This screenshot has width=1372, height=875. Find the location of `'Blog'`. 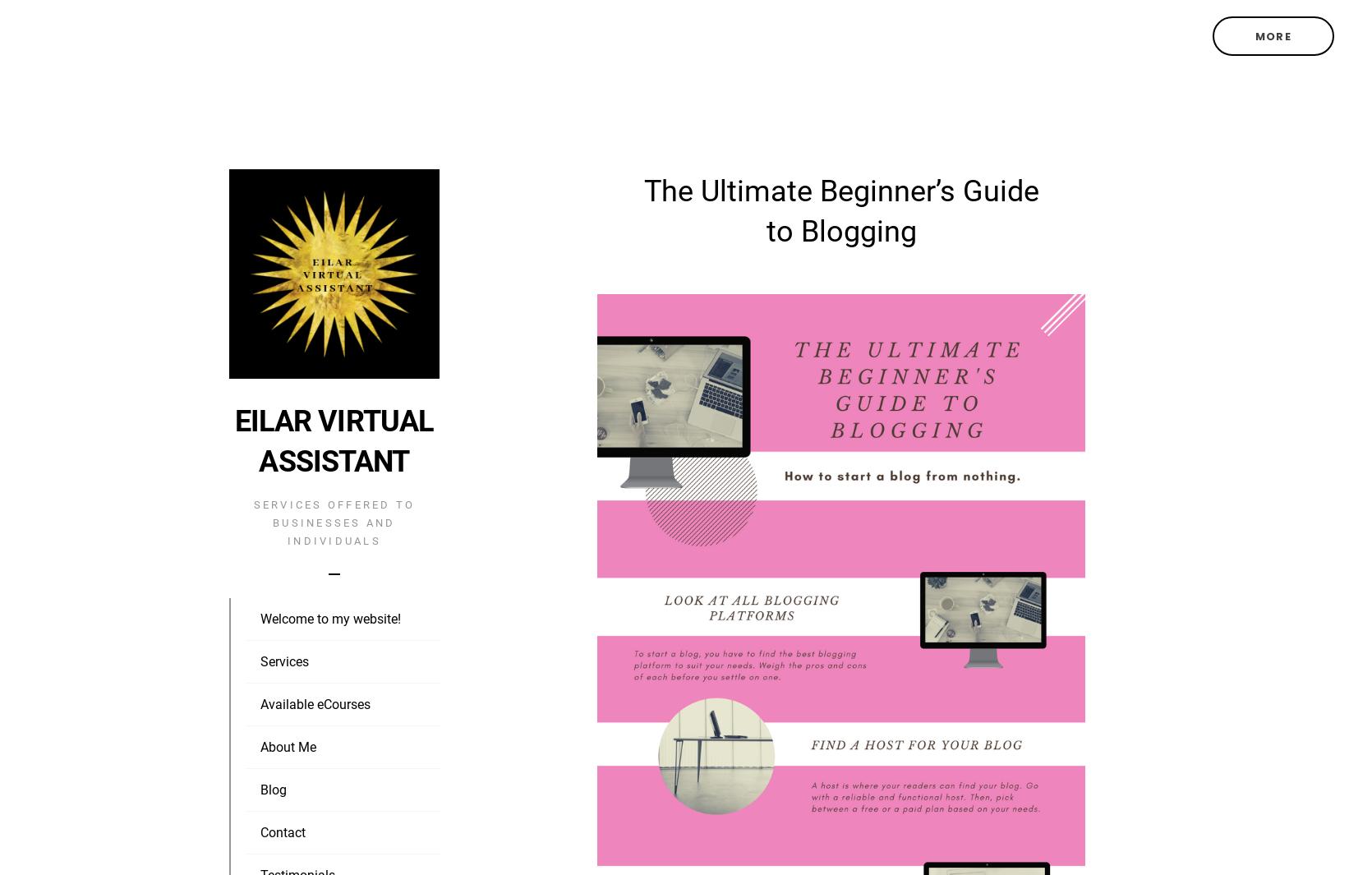

'Blog' is located at coordinates (259, 790).